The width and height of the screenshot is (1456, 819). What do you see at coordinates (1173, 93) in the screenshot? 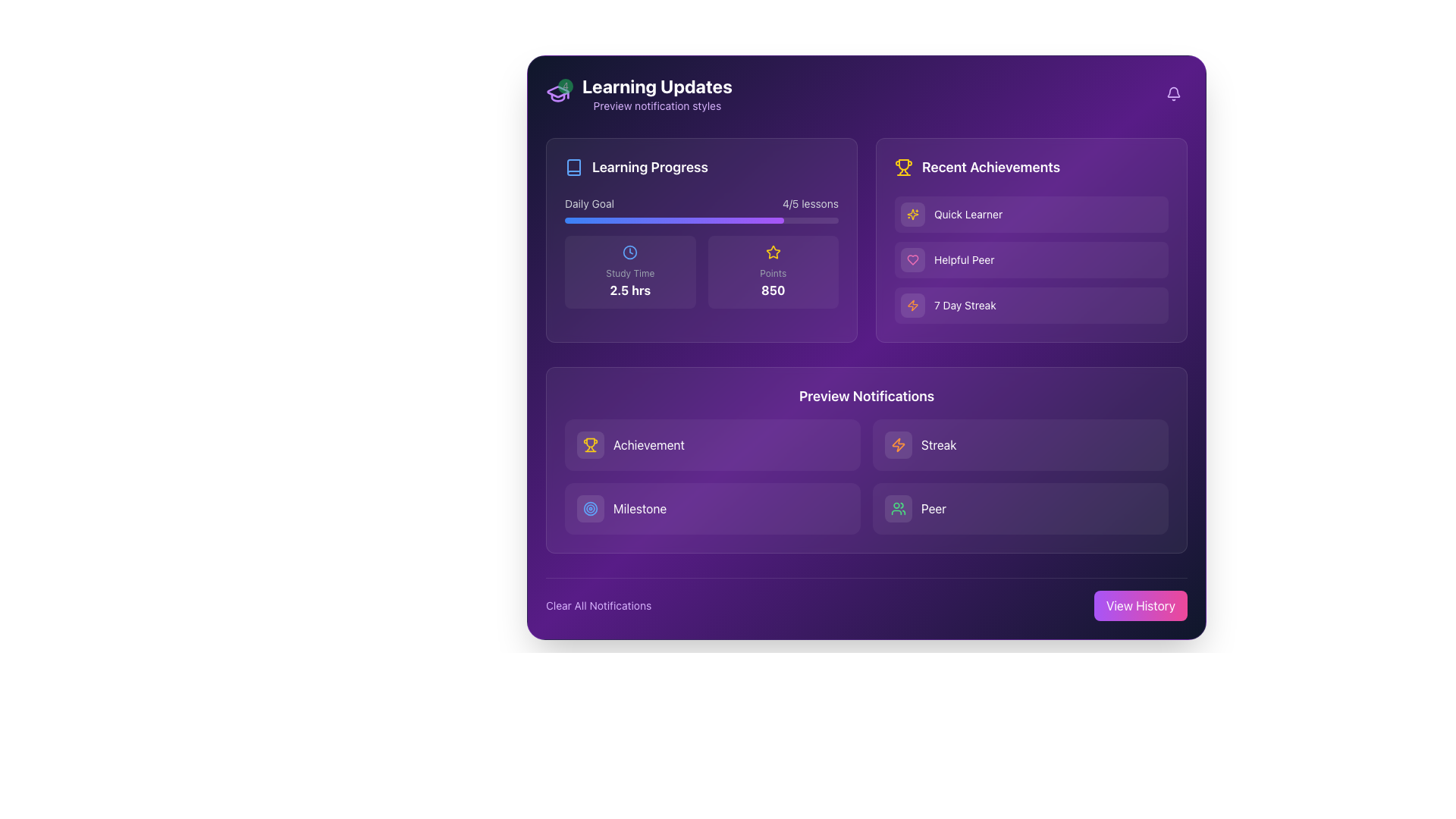
I see `the notification bell icon located in the top-right corner of the interface` at bounding box center [1173, 93].